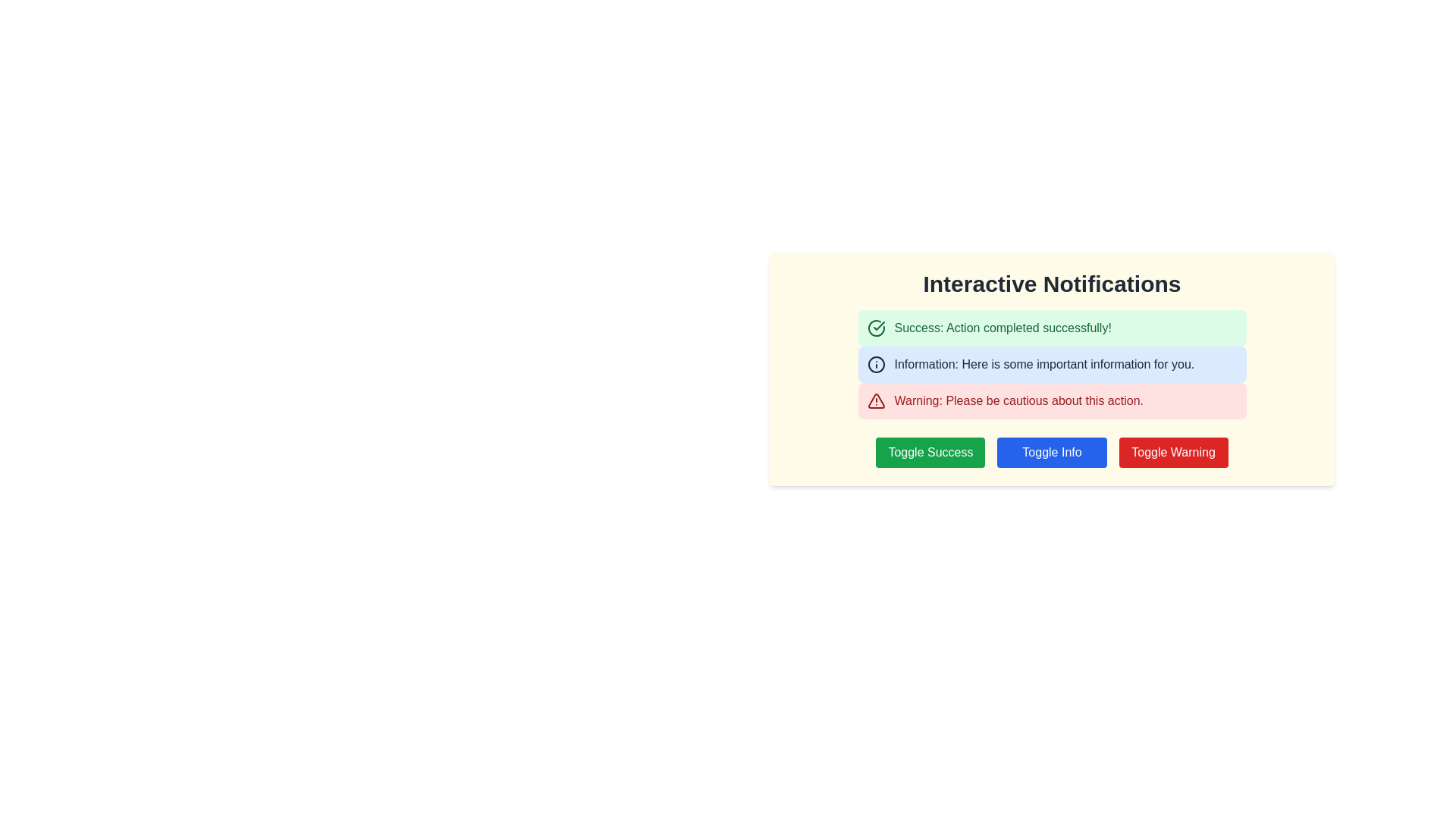  What do you see at coordinates (1172, 452) in the screenshot?
I see `the right-most button that triggers warning notifications to observe the hover effect` at bounding box center [1172, 452].